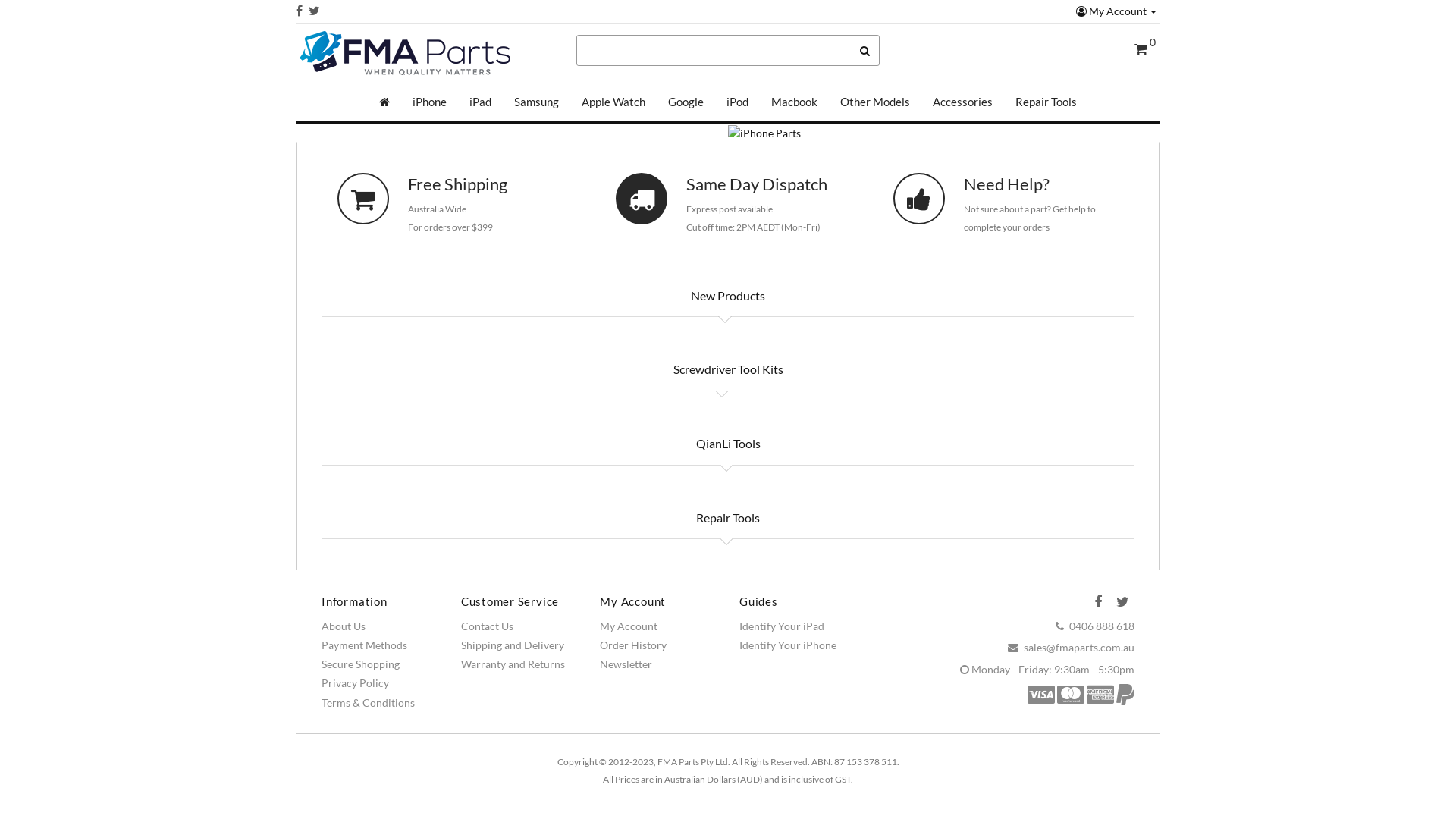  I want to click on 'Google', so click(685, 102).